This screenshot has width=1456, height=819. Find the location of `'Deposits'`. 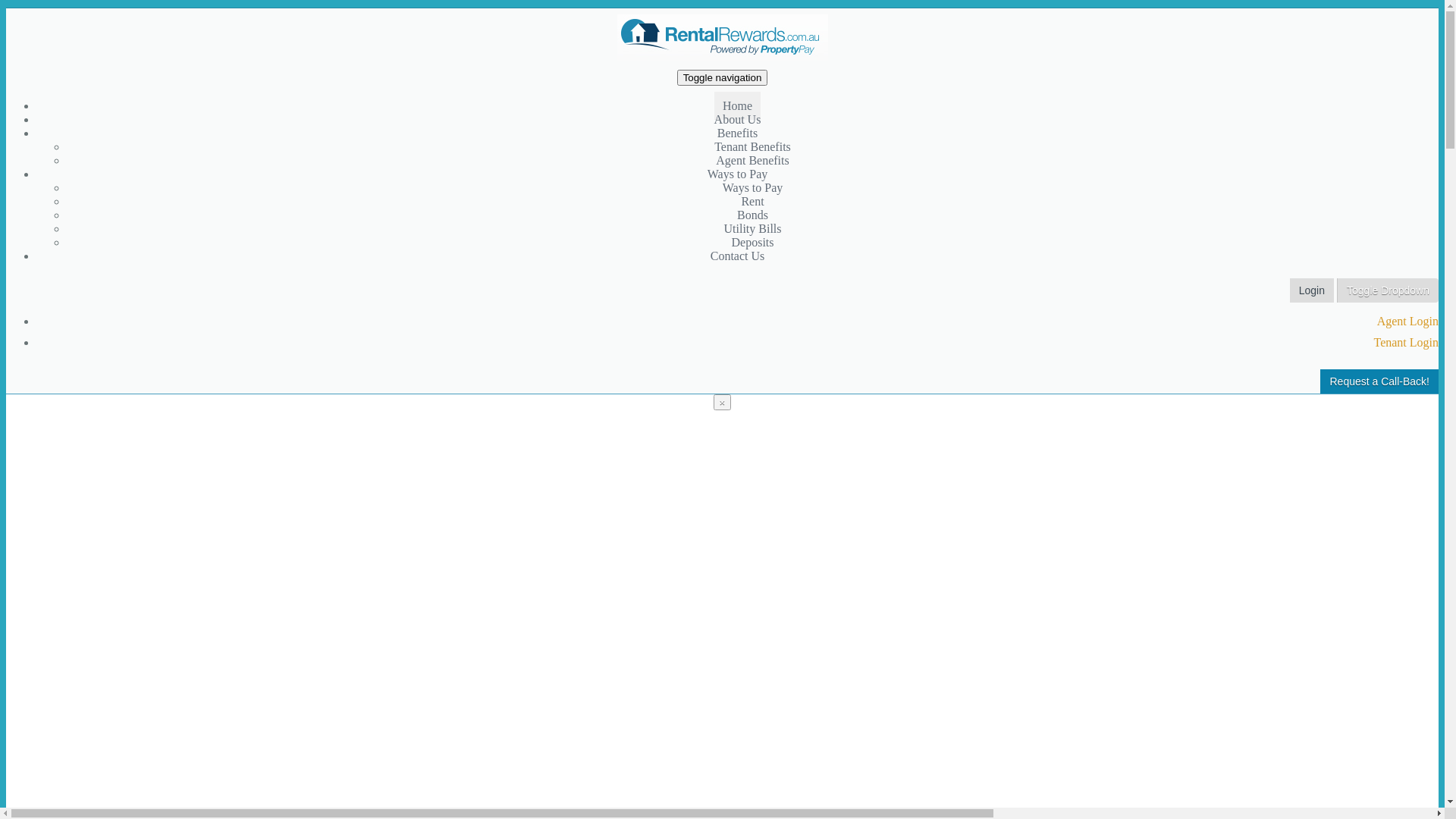

'Deposits' is located at coordinates (752, 241).